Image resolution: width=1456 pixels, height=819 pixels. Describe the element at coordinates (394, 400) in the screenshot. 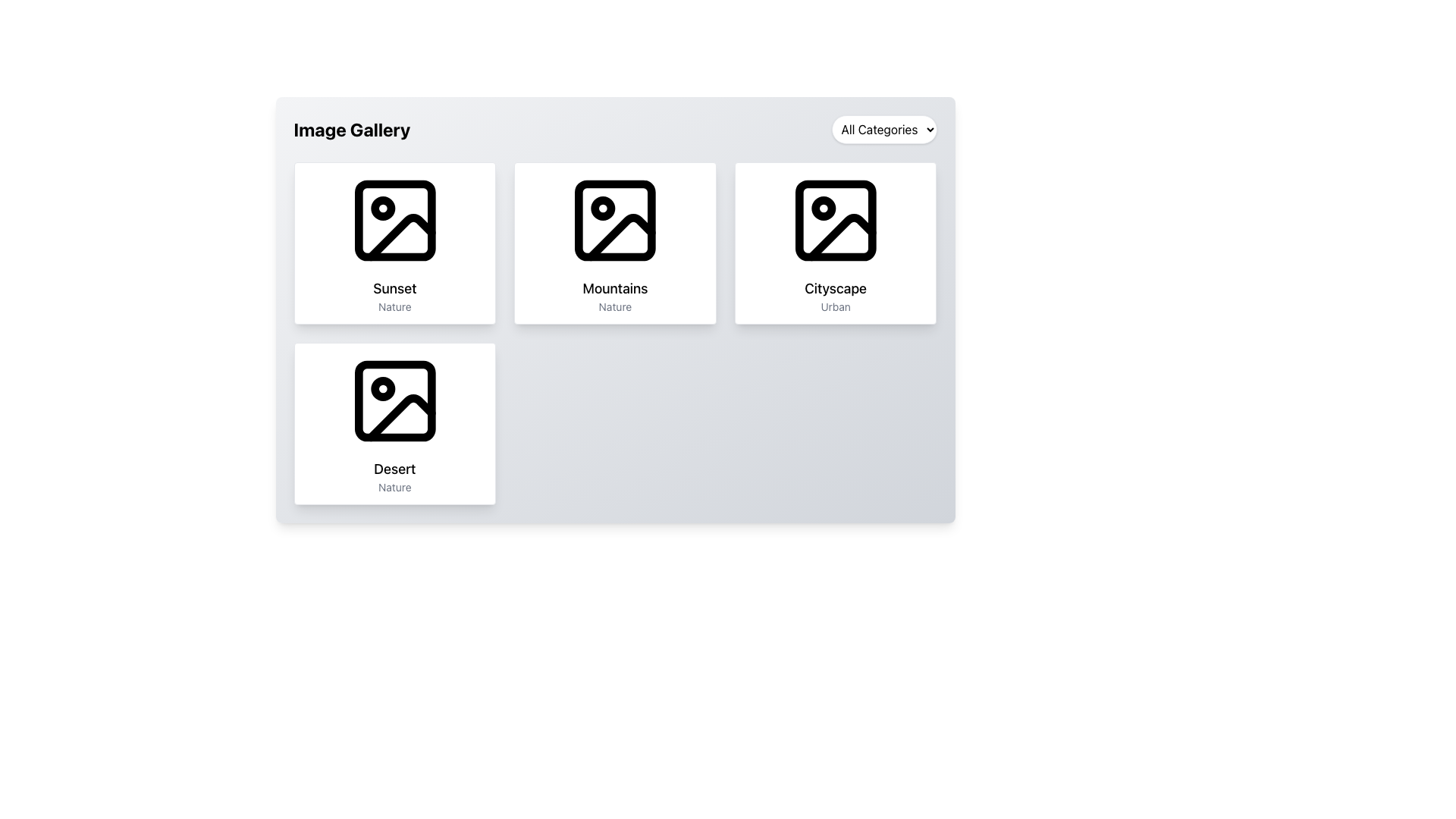

I see `the minimalist mountain and sun icon in the bottom-left panel of the 'Image Gallery' card labeled 'Desert'` at that location.